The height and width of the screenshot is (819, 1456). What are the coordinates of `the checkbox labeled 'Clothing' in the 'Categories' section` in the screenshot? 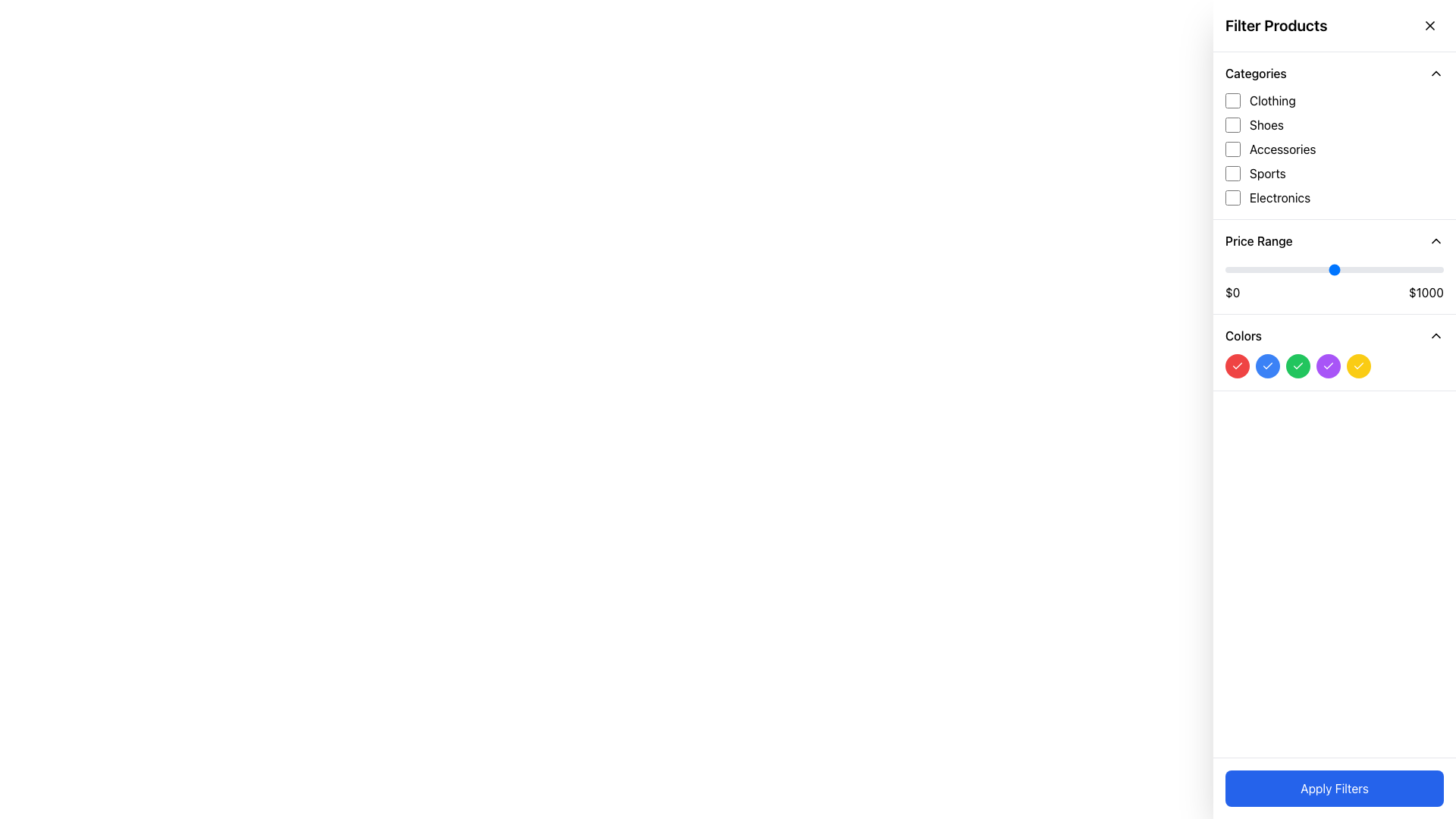 It's located at (1335, 100).